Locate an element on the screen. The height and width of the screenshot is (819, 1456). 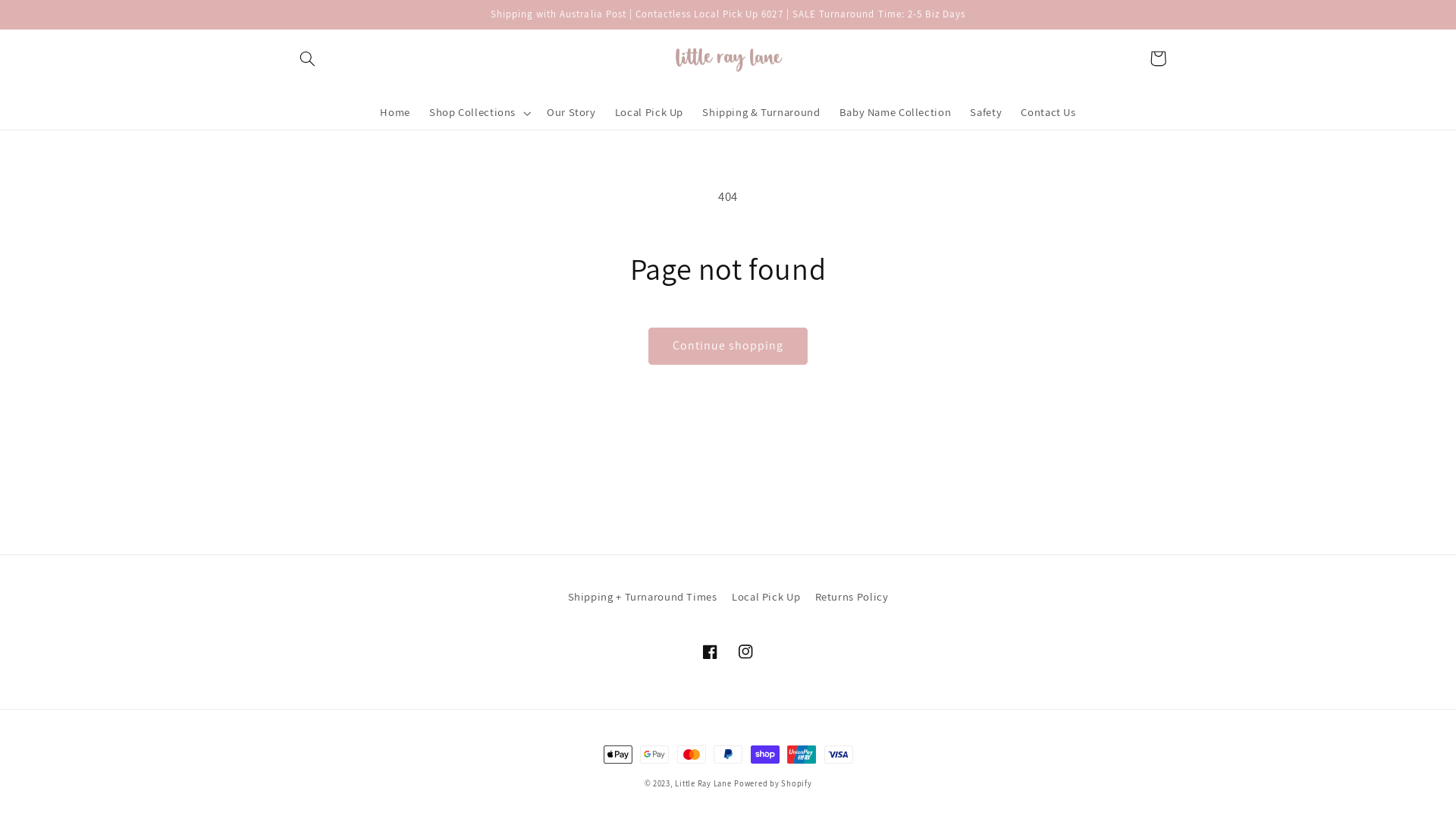
'Home' is located at coordinates (395, 112).